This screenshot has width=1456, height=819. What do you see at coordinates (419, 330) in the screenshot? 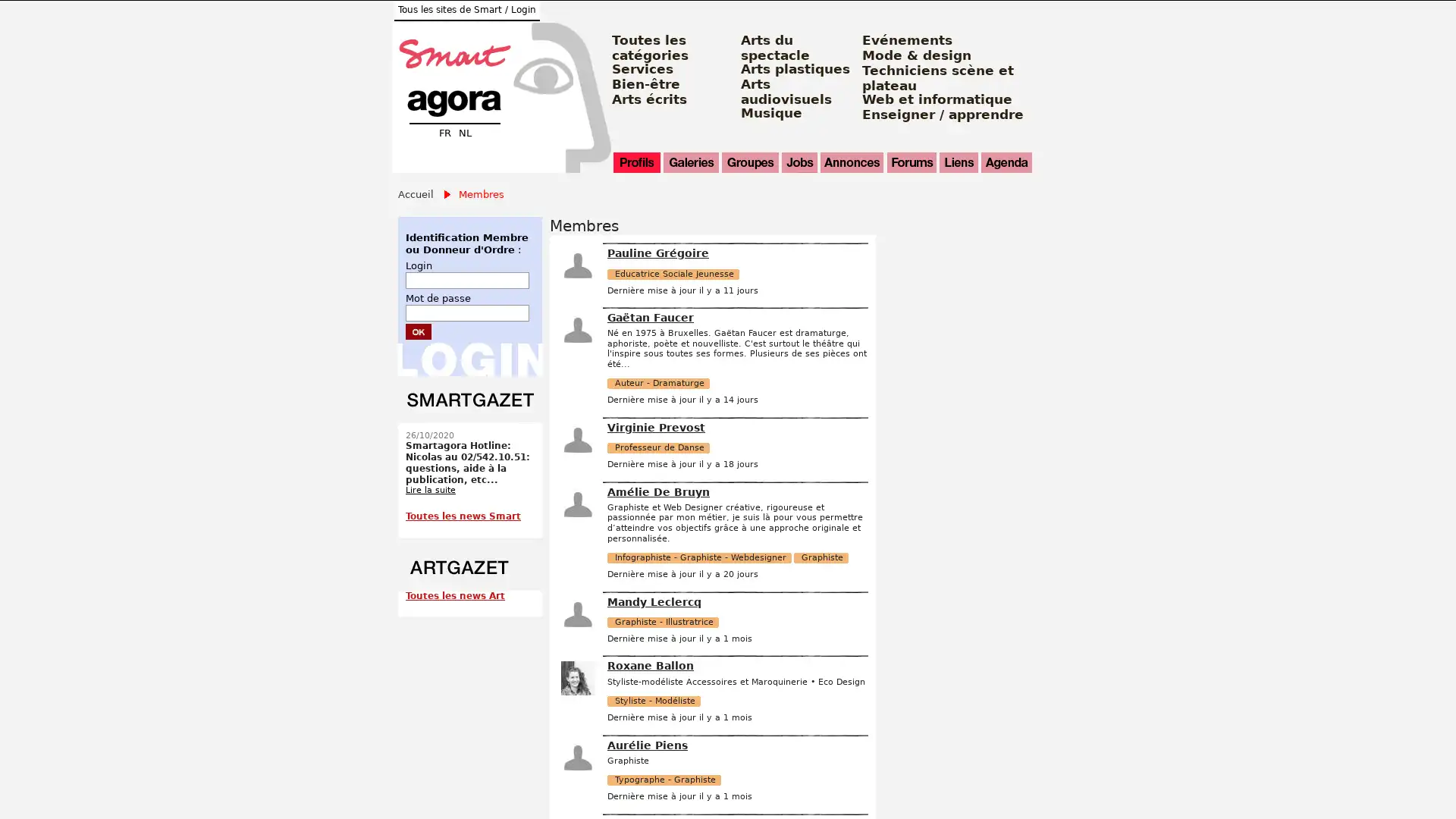
I see `Submit` at bounding box center [419, 330].